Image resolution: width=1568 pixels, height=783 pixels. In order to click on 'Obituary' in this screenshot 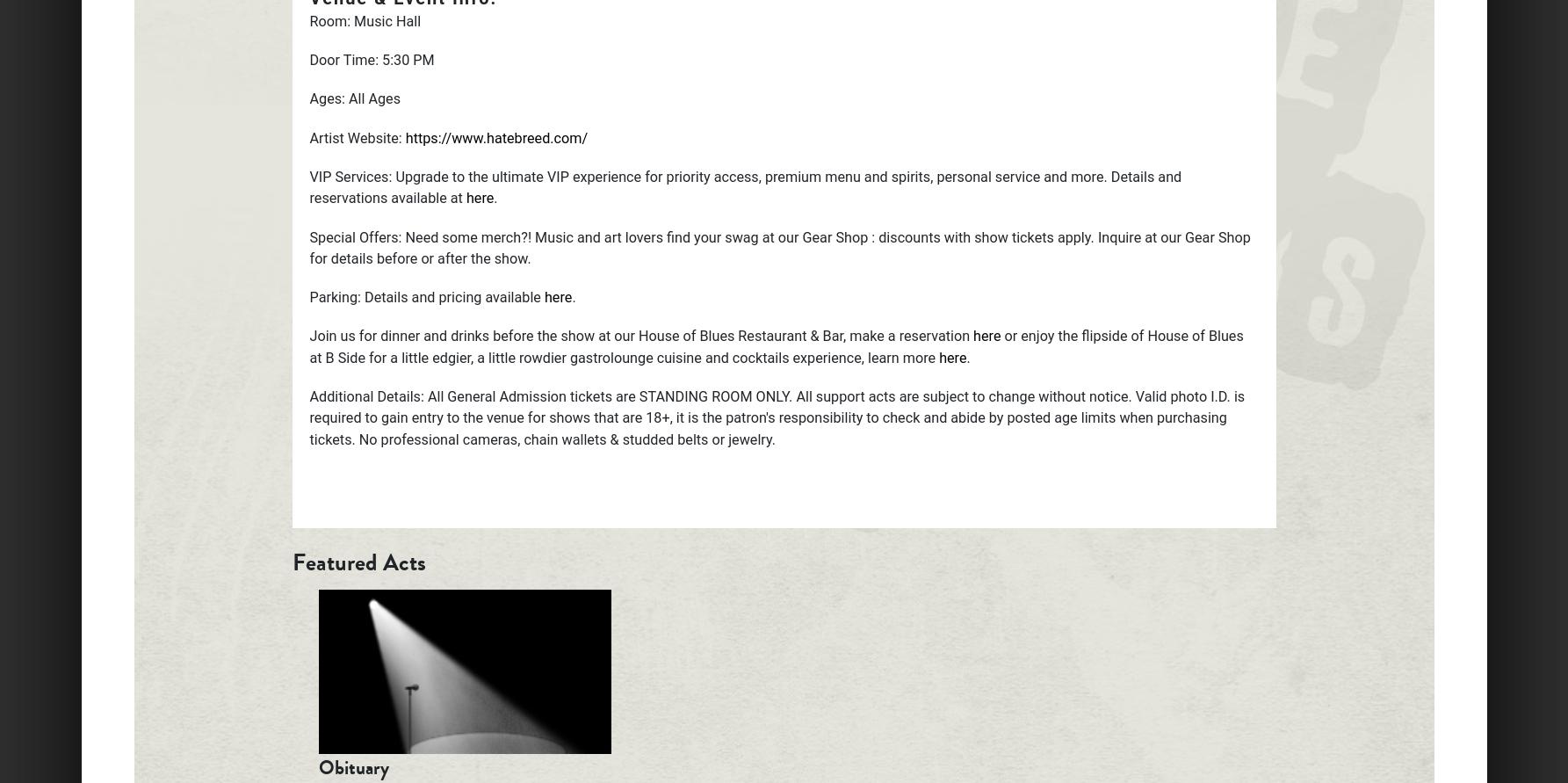, I will do `click(351, 766)`.